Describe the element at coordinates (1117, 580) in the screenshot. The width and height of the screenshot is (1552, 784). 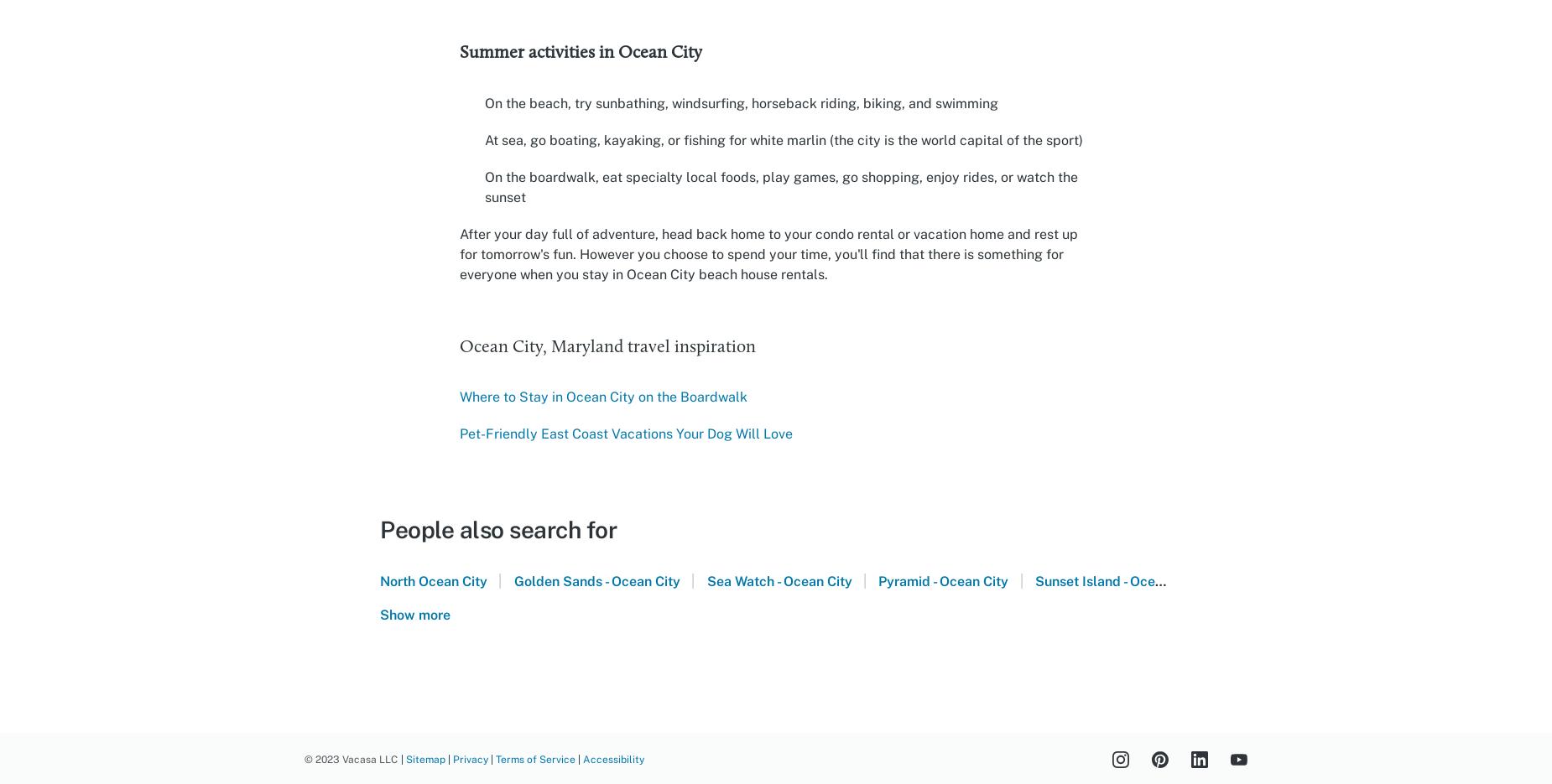
I see `'Sunset Island - Ocean City'` at that location.